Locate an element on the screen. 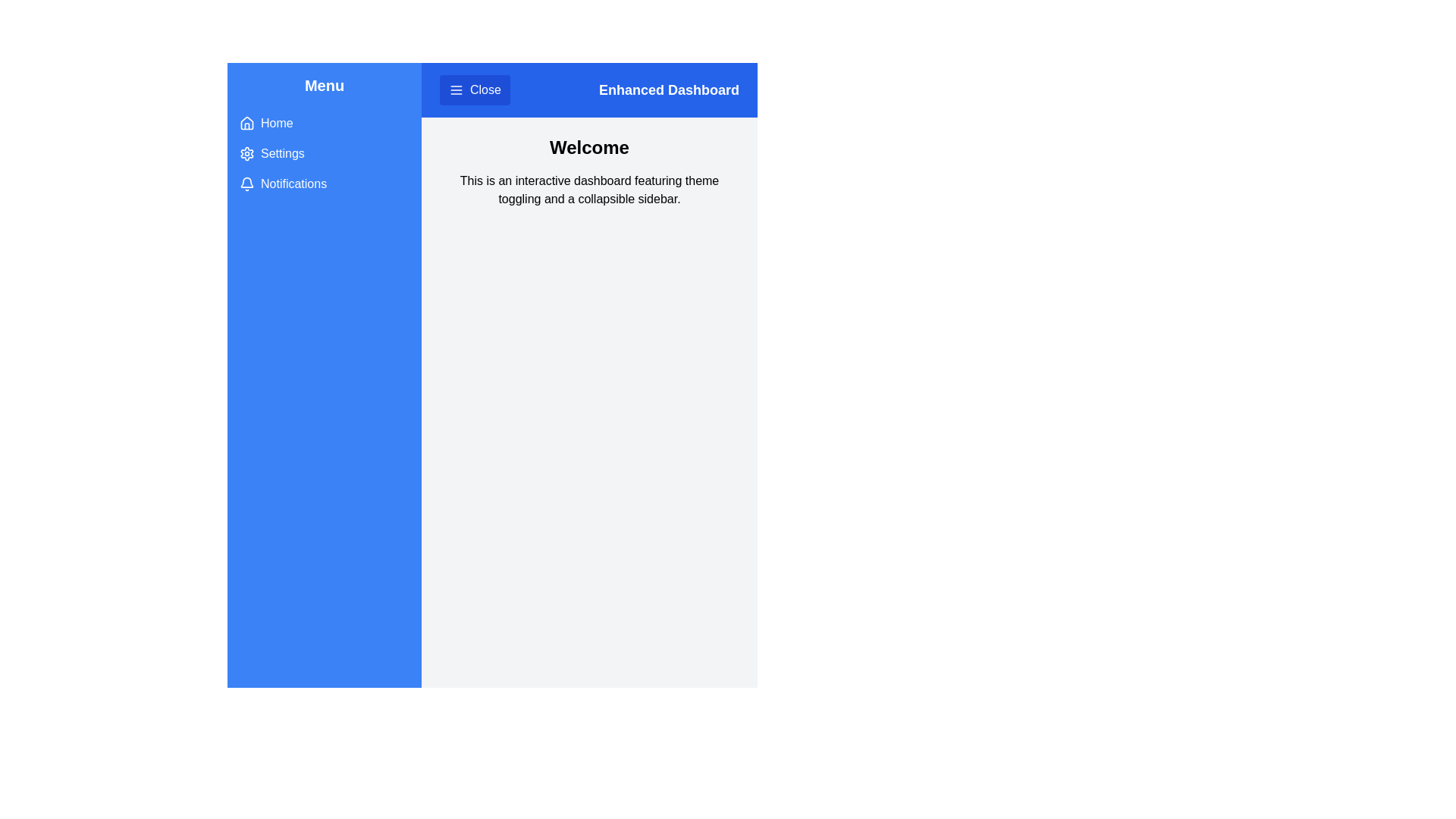 The height and width of the screenshot is (819, 1456). the bell icon in the left navigation menu, which is styled with a white outline on a blue background and represents the notification feature is located at coordinates (247, 181).